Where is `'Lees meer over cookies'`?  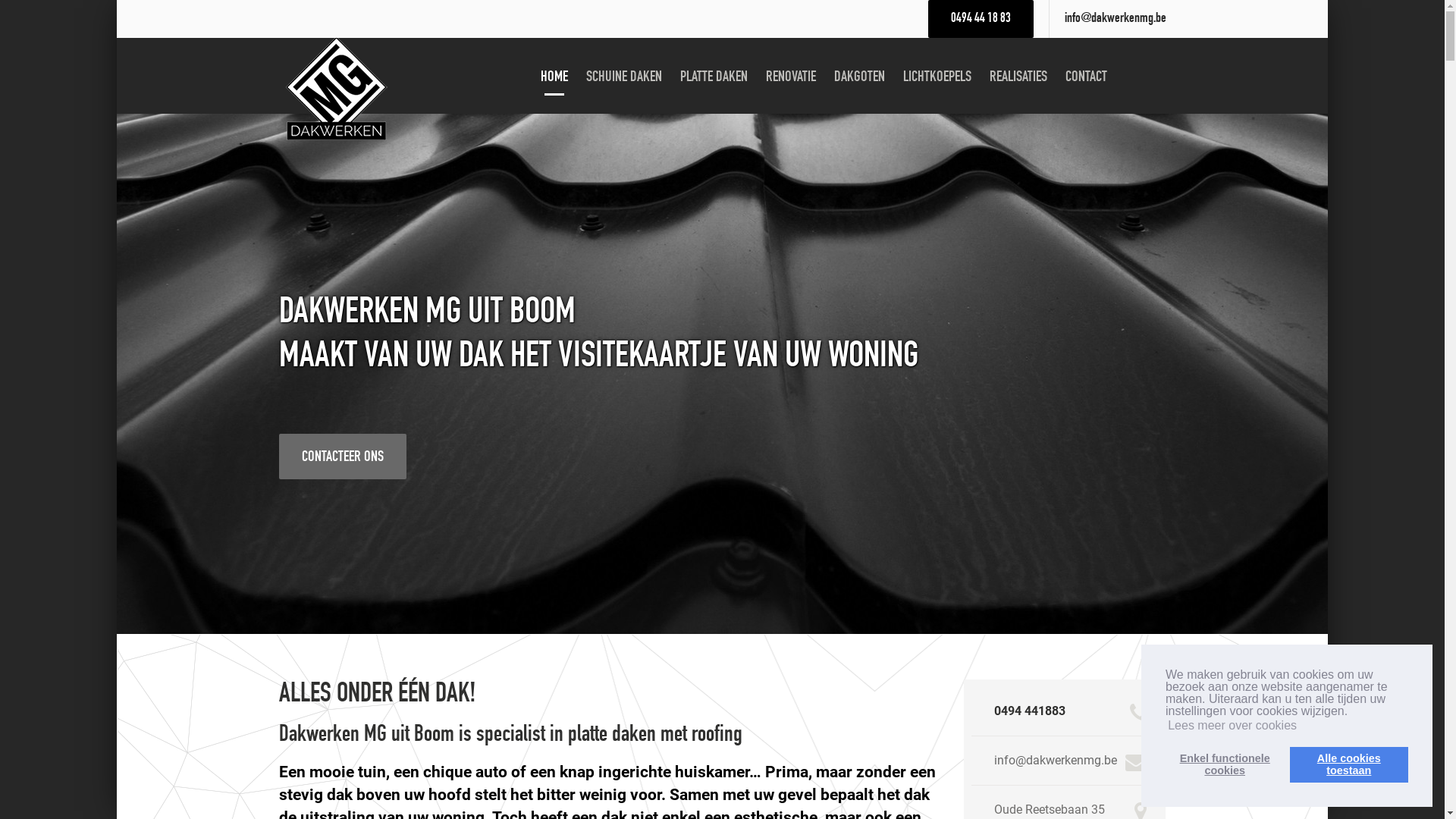 'Lees meer over cookies' is located at coordinates (1232, 724).